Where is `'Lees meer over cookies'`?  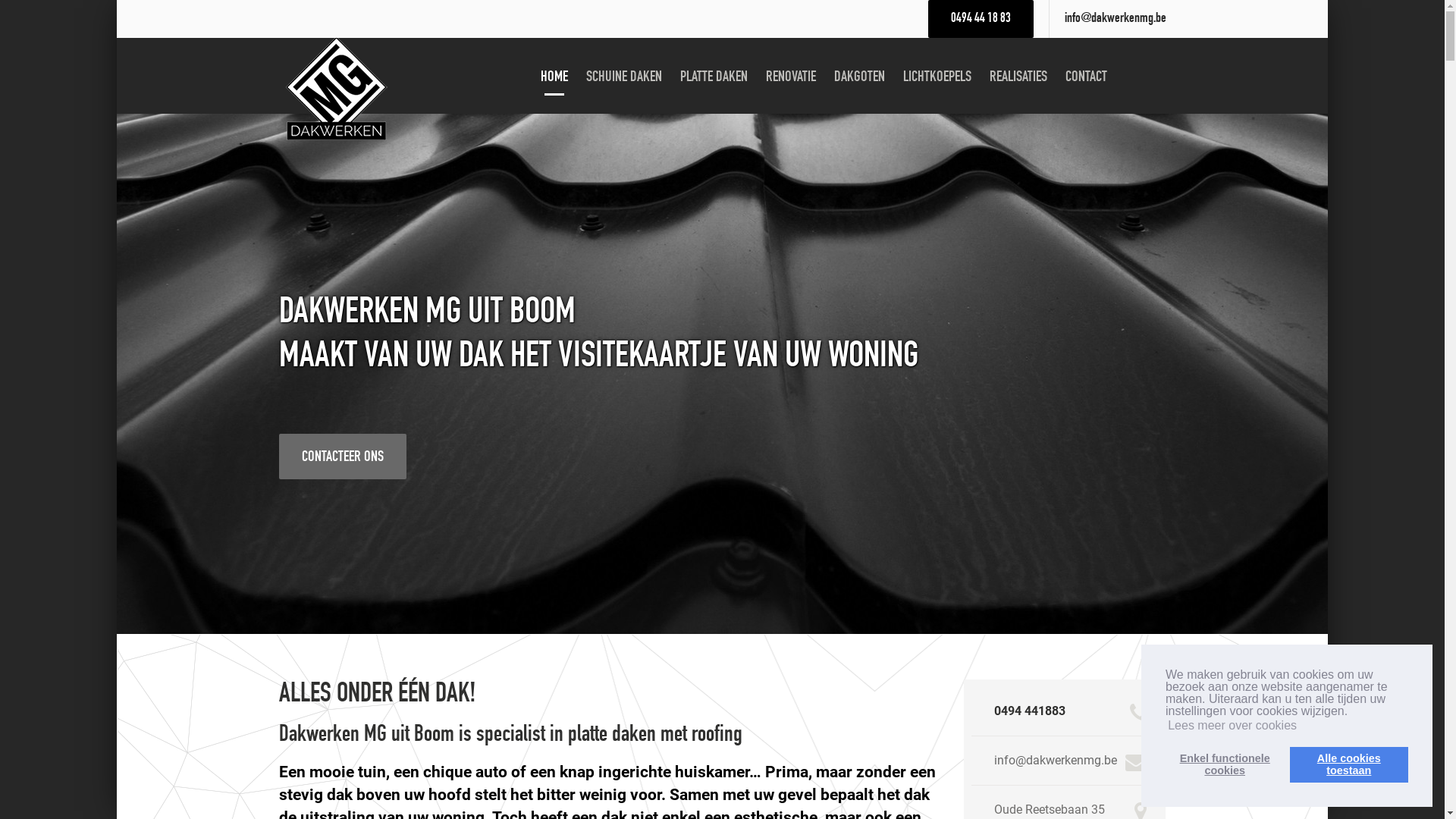 'Lees meer over cookies' is located at coordinates (1232, 724).